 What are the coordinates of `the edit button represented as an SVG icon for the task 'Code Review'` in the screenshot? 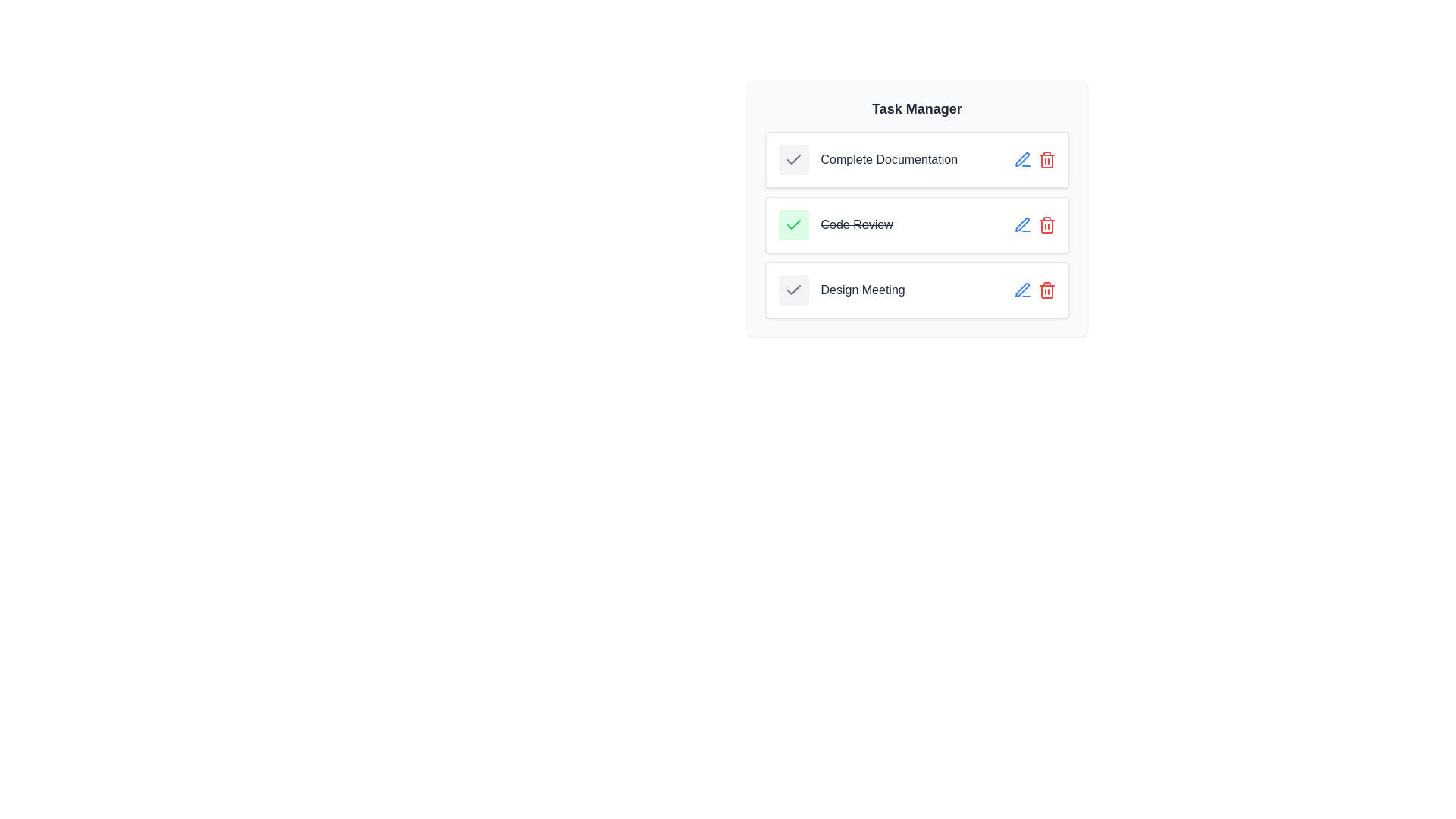 It's located at (1022, 290).